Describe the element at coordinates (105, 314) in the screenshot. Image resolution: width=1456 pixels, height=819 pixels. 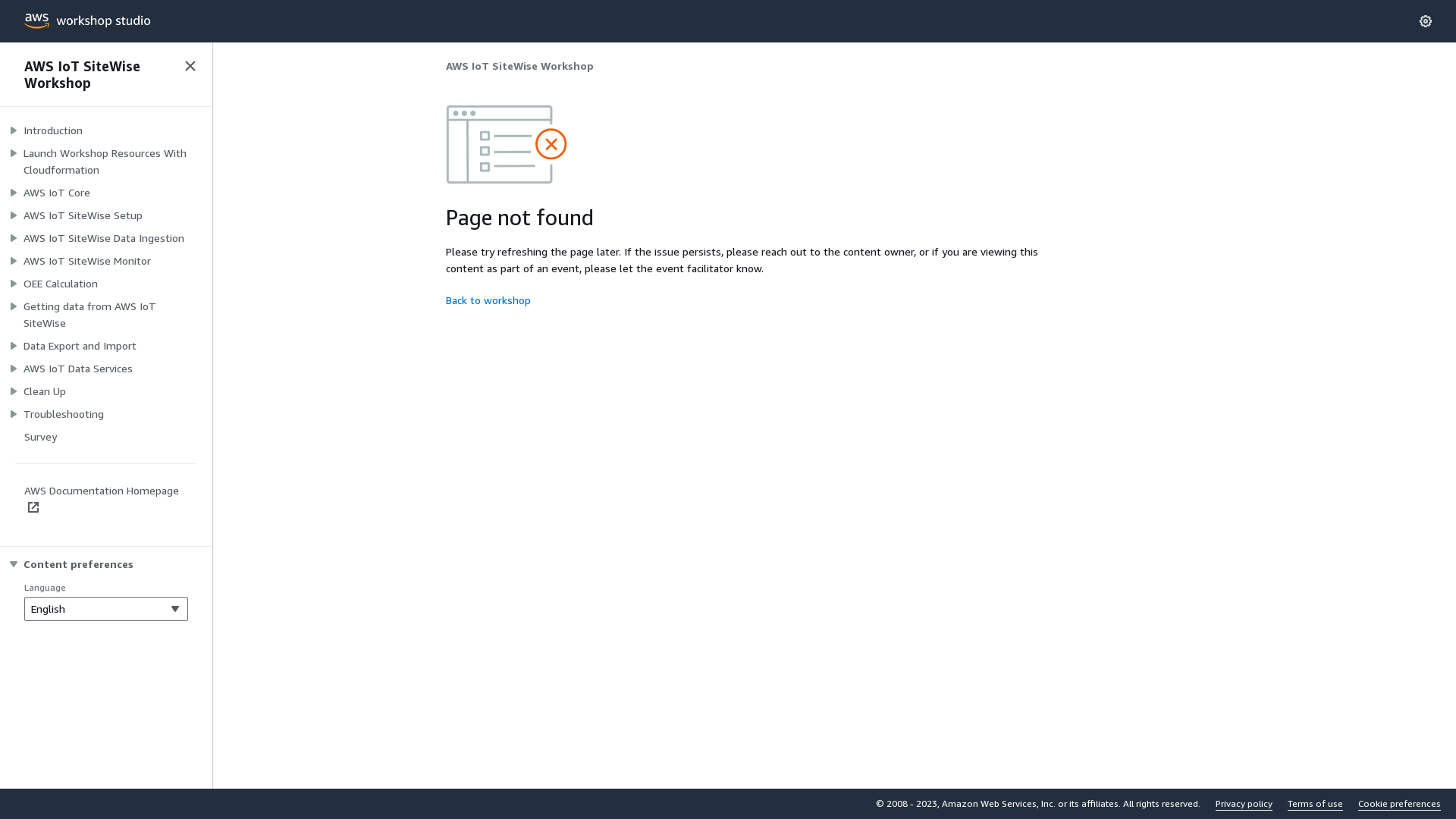
I see `'Getting data from AWS IoT SiteWise'` at that location.